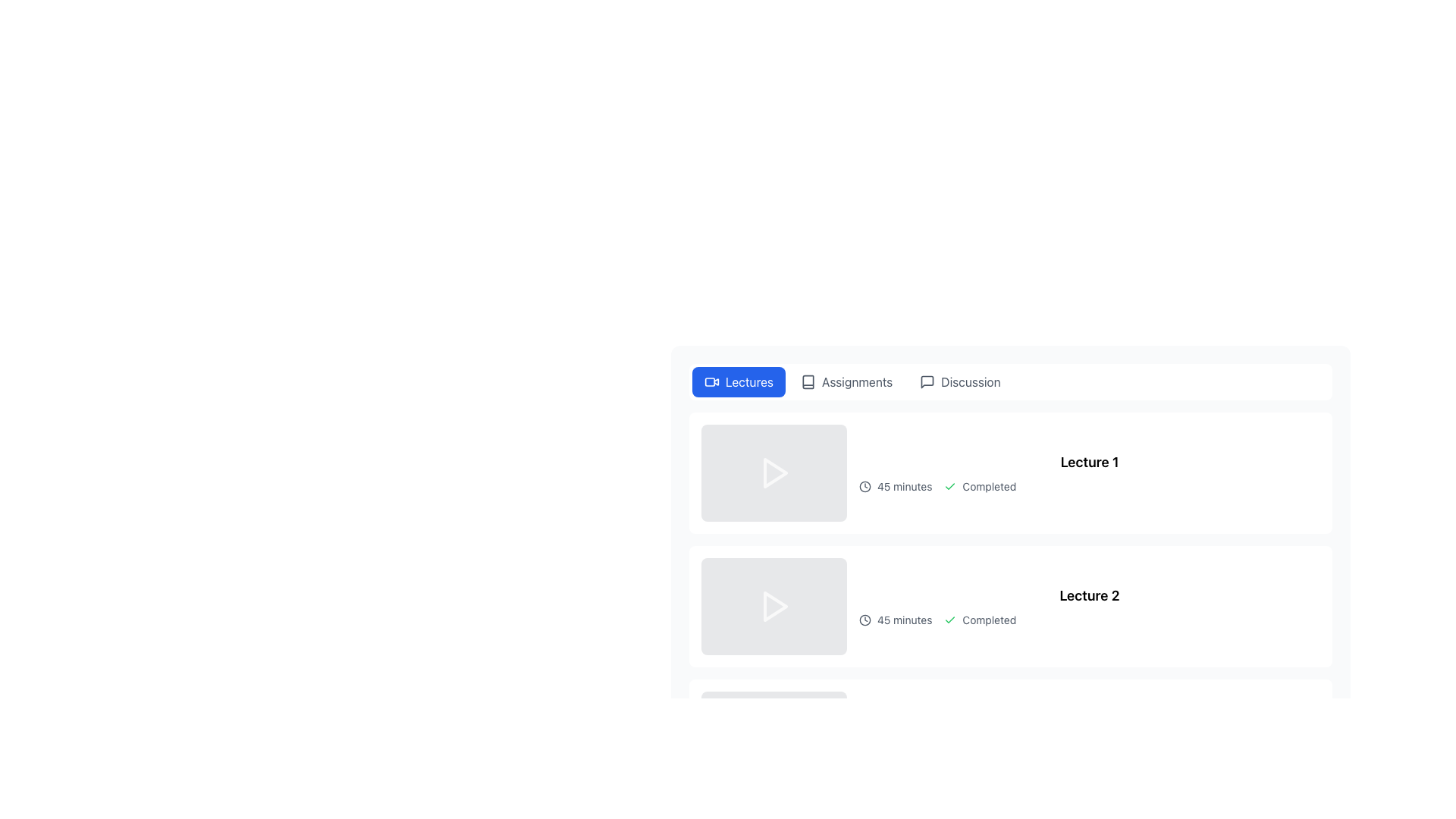 The width and height of the screenshot is (1456, 819). What do you see at coordinates (1011, 381) in the screenshot?
I see `the Navigation Bar` at bounding box center [1011, 381].